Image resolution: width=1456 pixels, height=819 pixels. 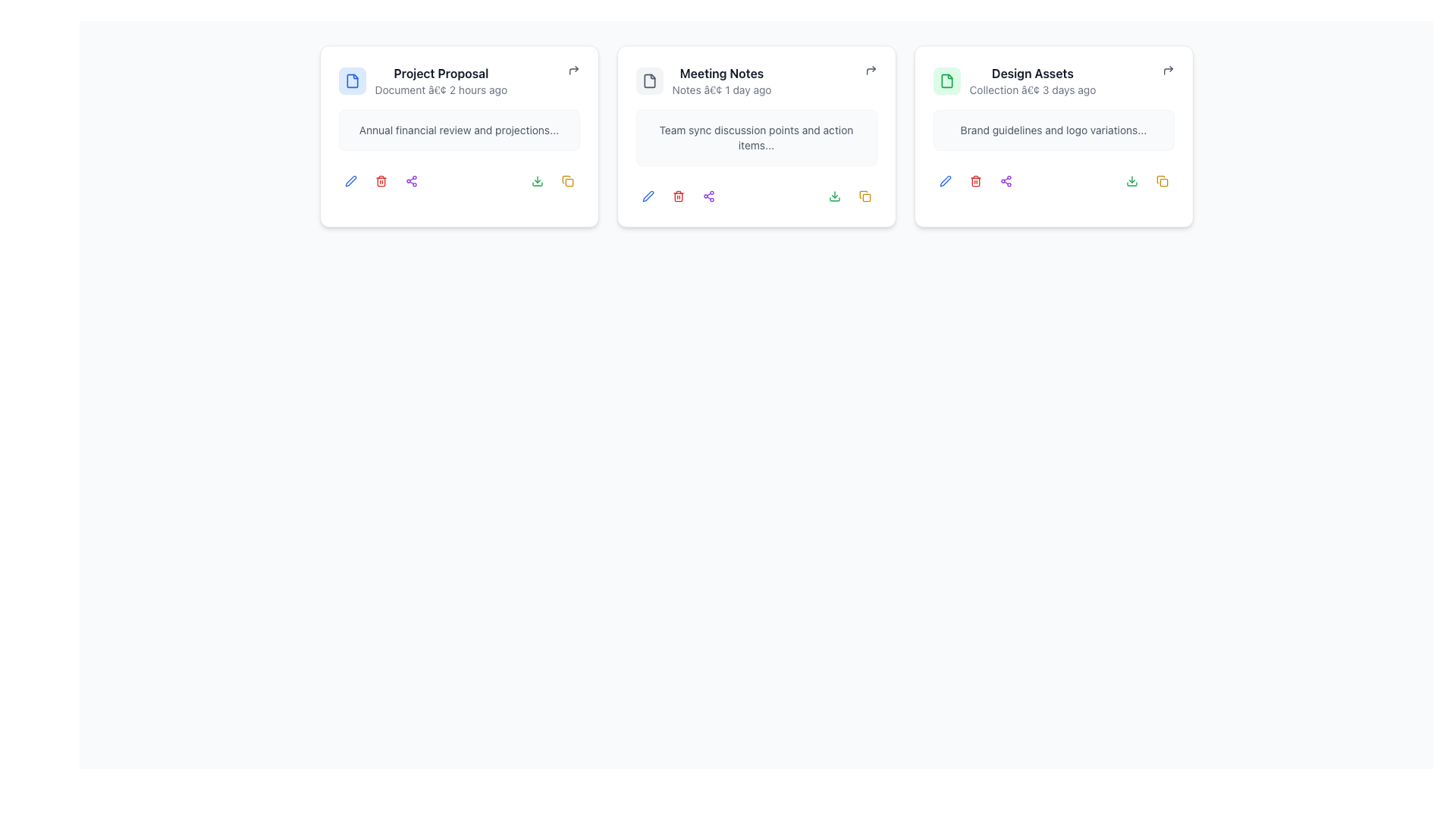 I want to click on the document icon with rounded corners located at the top-left corner of the 'Design Assets' card, next to its title 'Design Assets', so click(x=946, y=81).